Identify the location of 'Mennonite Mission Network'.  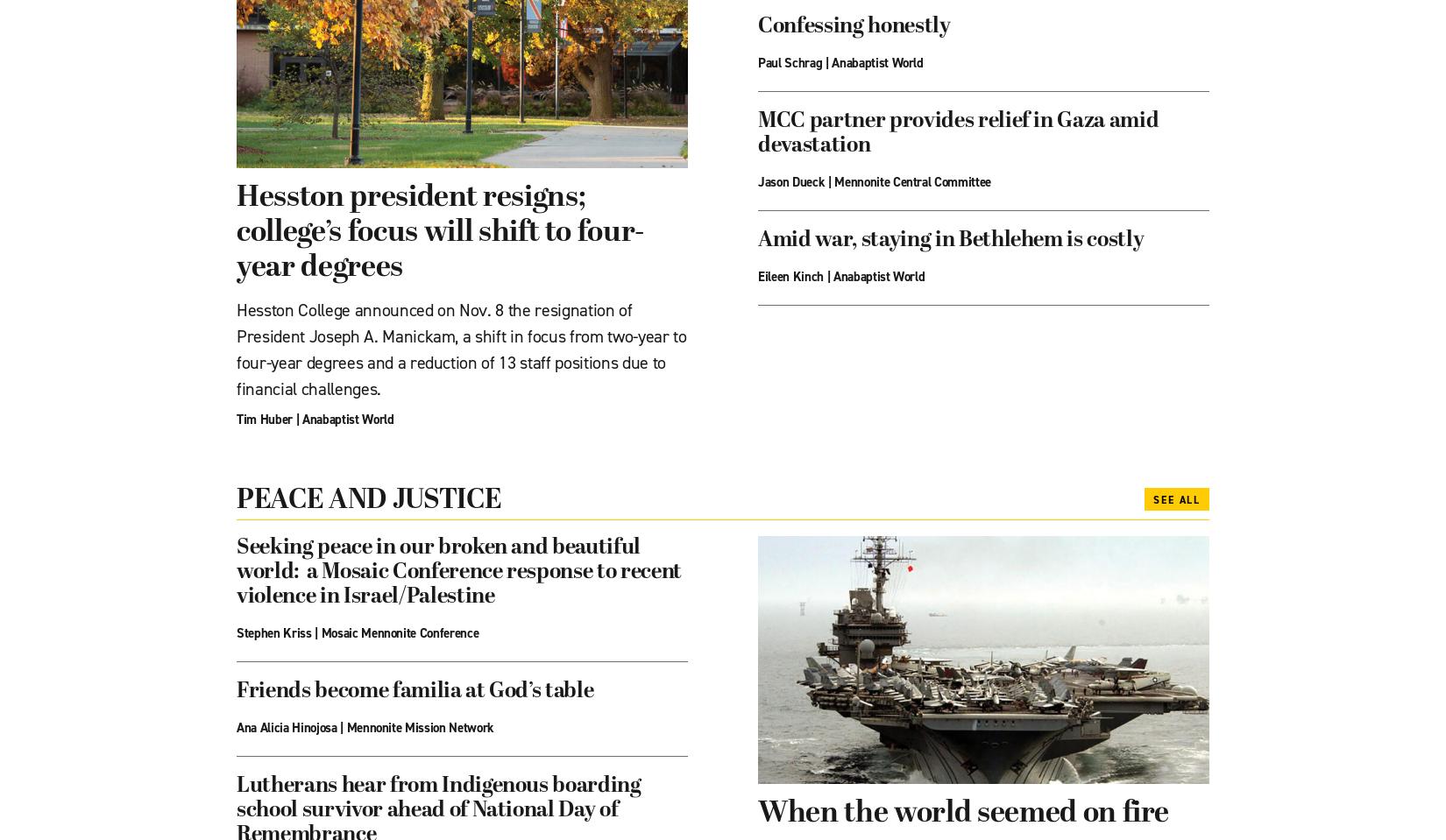
(346, 726).